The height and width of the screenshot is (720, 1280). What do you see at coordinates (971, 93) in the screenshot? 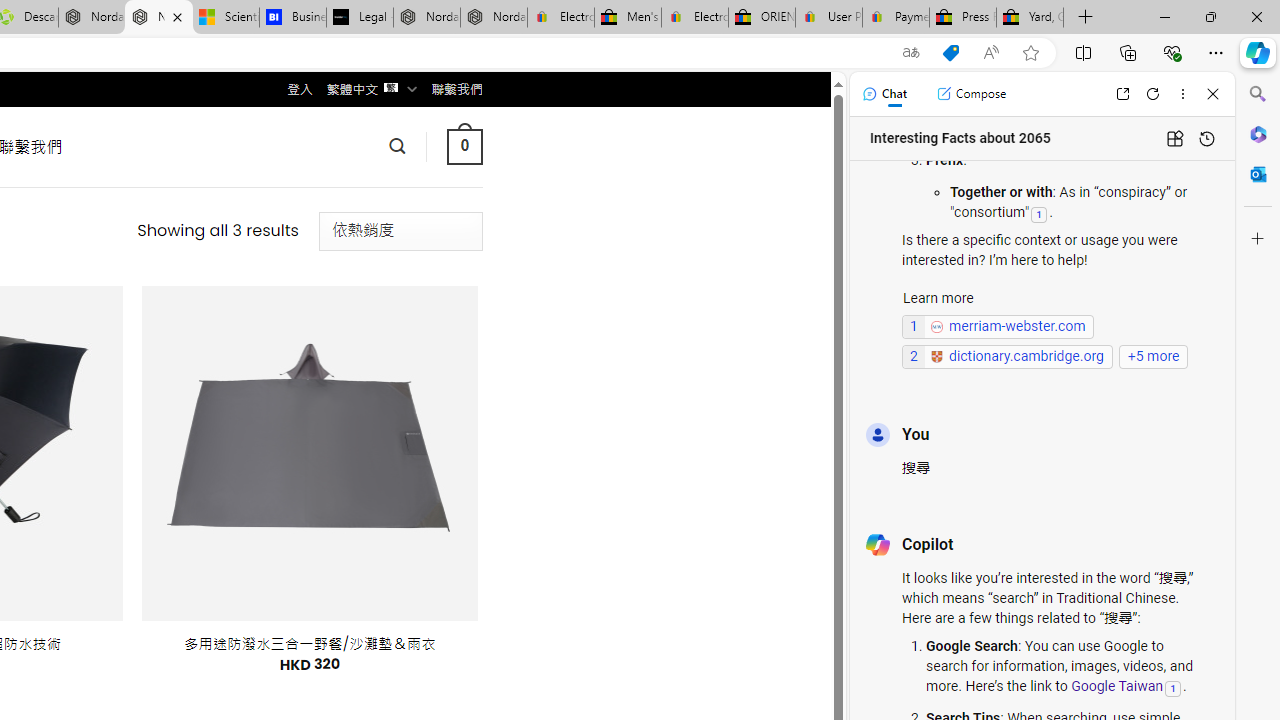
I see `'Compose'` at bounding box center [971, 93].